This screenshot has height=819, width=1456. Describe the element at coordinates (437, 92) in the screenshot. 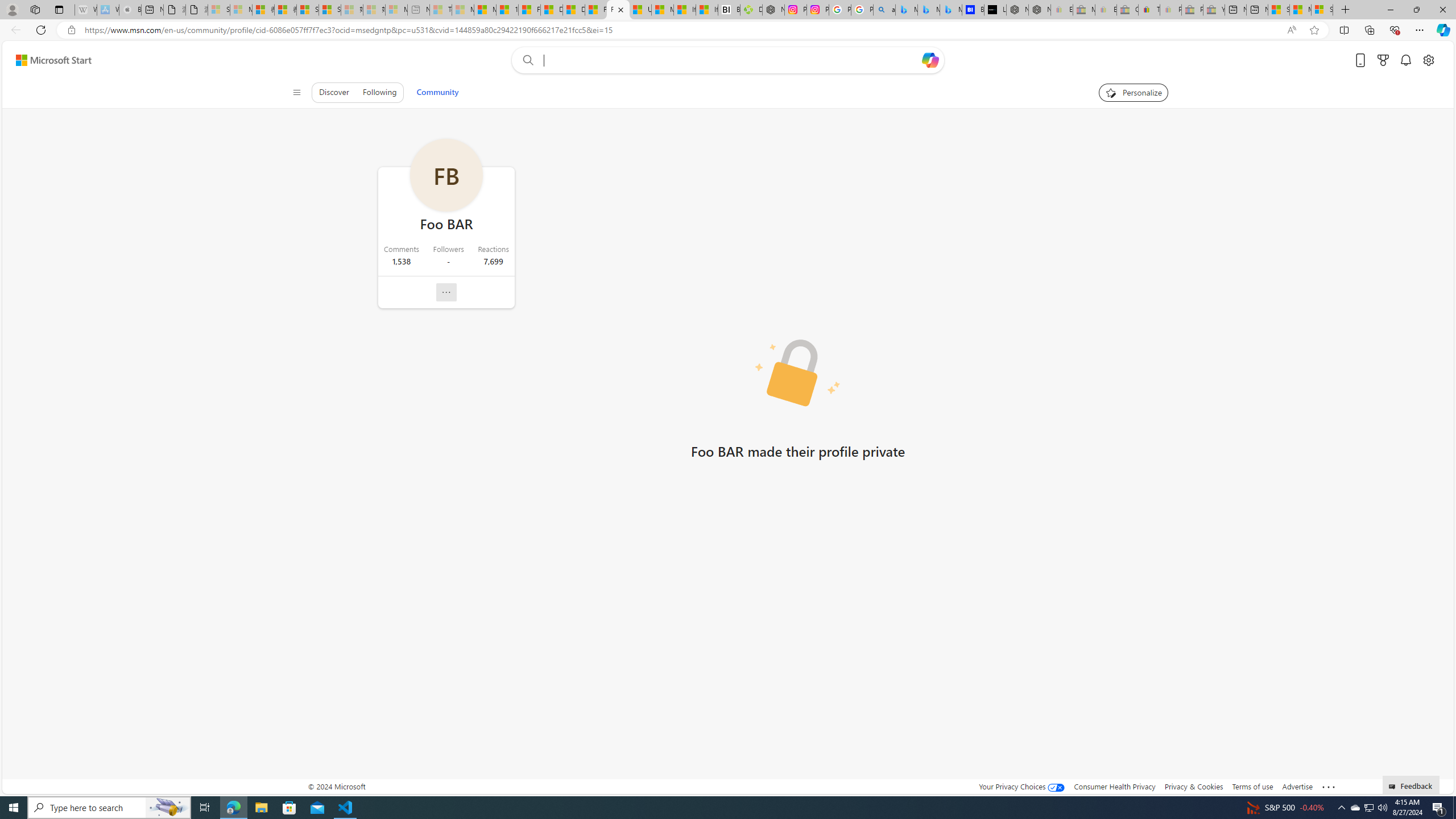

I see `'Community'` at that location.